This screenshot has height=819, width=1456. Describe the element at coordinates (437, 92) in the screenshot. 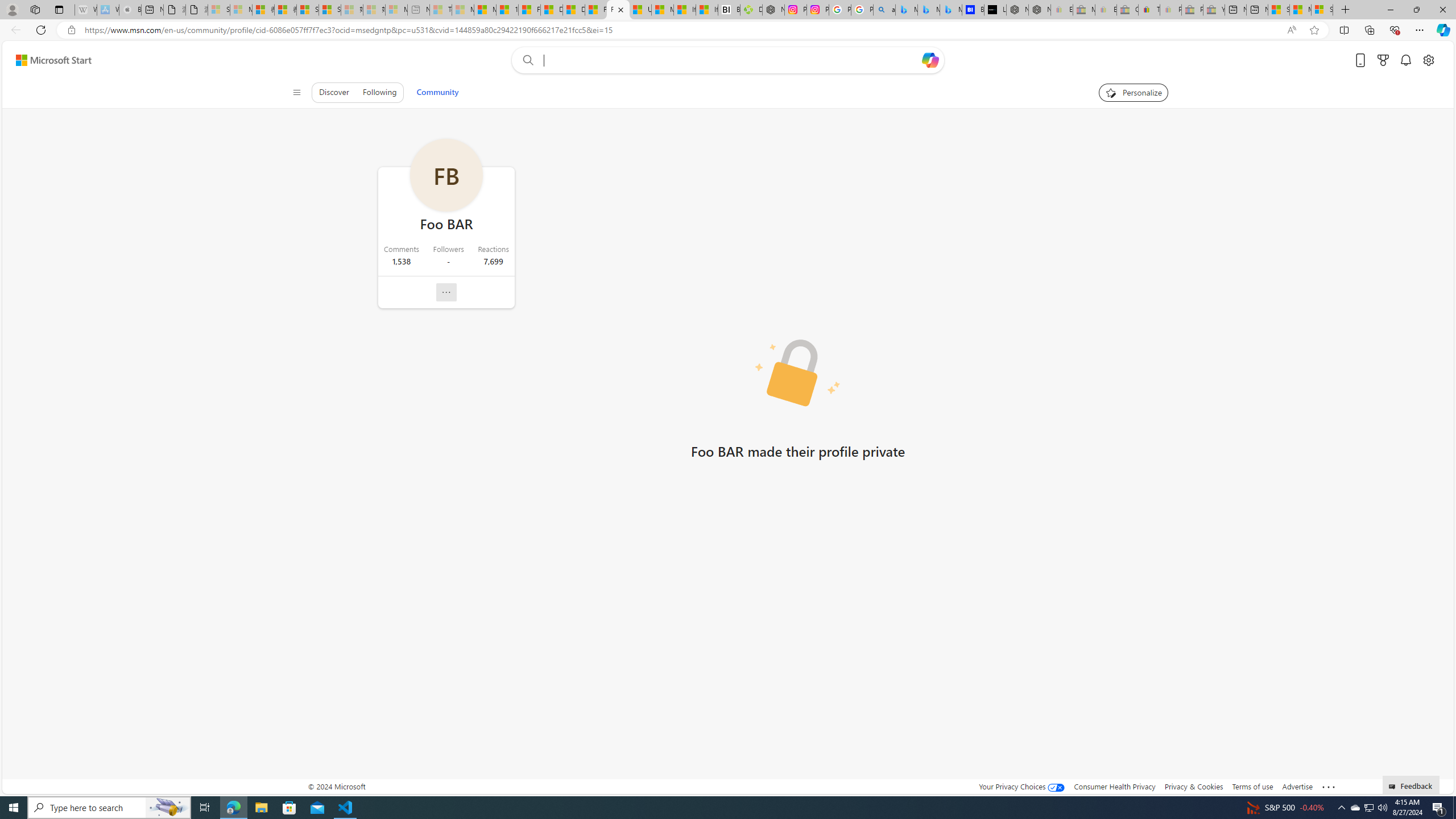

I see `'Community'` at that location.